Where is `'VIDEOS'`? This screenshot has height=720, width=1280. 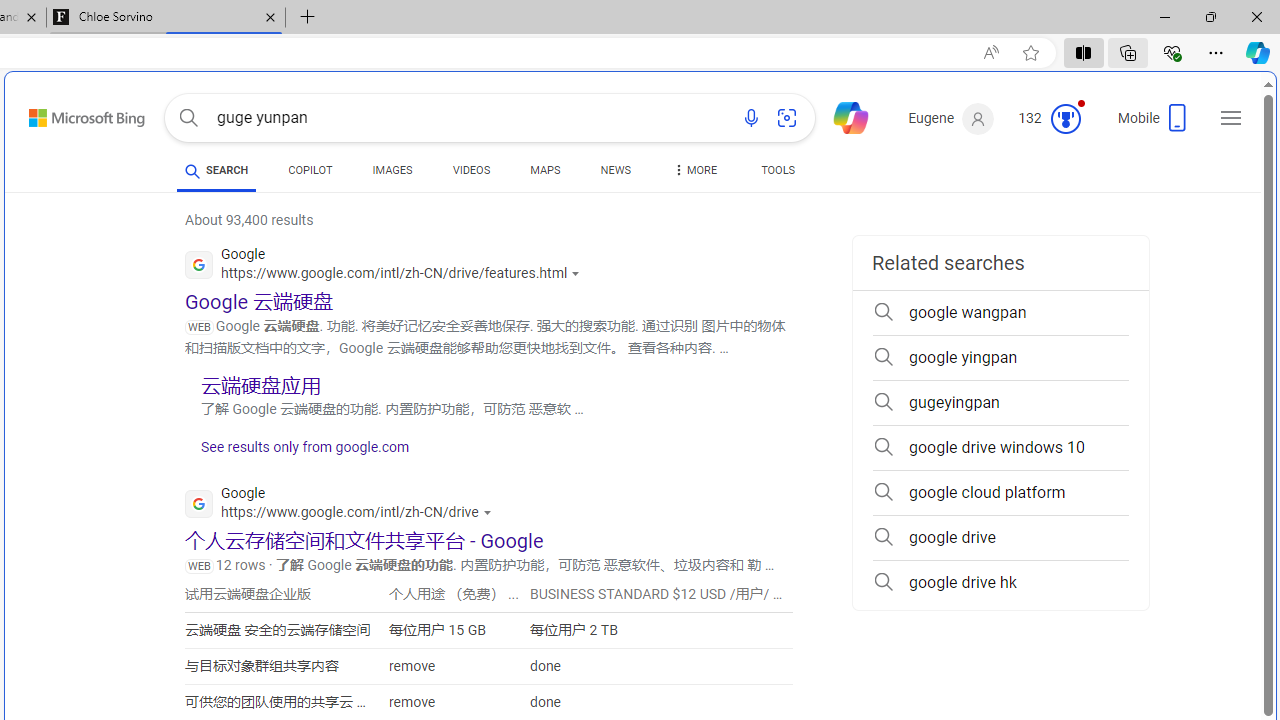
'VIDEOS' is located at coordinates (470, 170).